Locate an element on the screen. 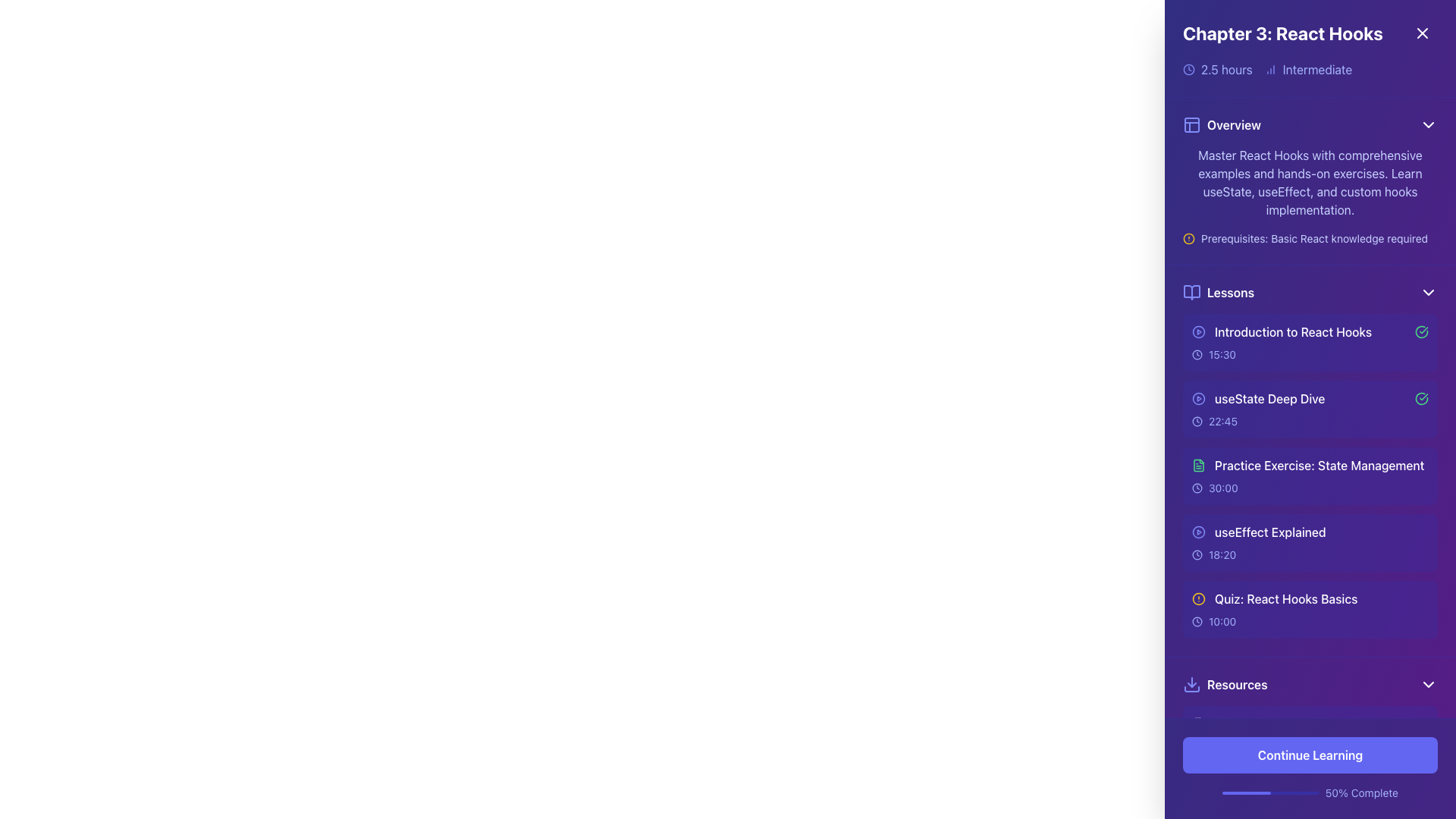 The image size is (1456, 819). the clock icon, which features a circular design with a clock-face outline and indigo-colored stroke, positioned to the left of the text '2.5 hours' is located at coordinates (1188, 70).